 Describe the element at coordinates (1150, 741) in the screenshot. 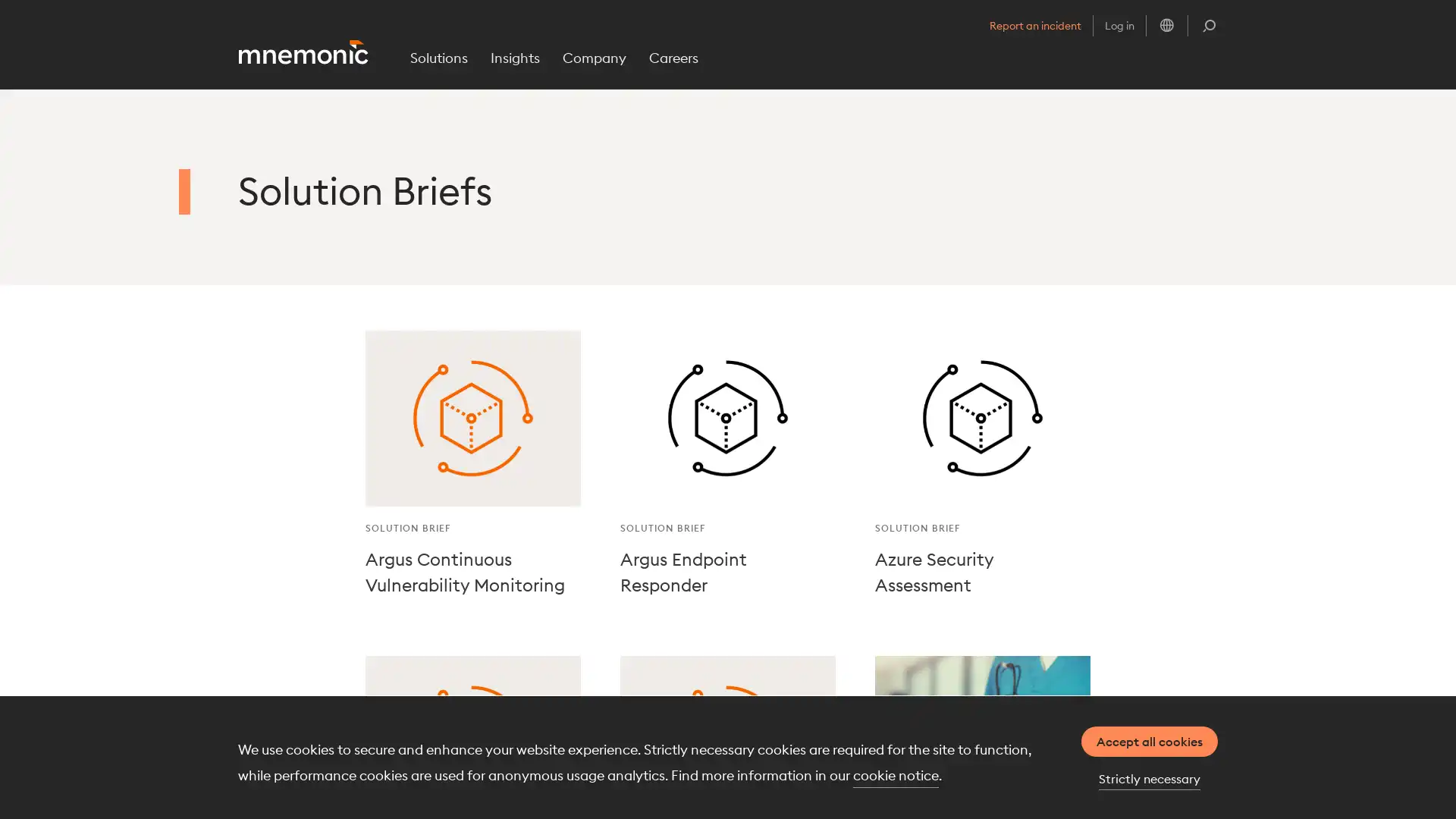

I see `Accept all cookies` at that location.